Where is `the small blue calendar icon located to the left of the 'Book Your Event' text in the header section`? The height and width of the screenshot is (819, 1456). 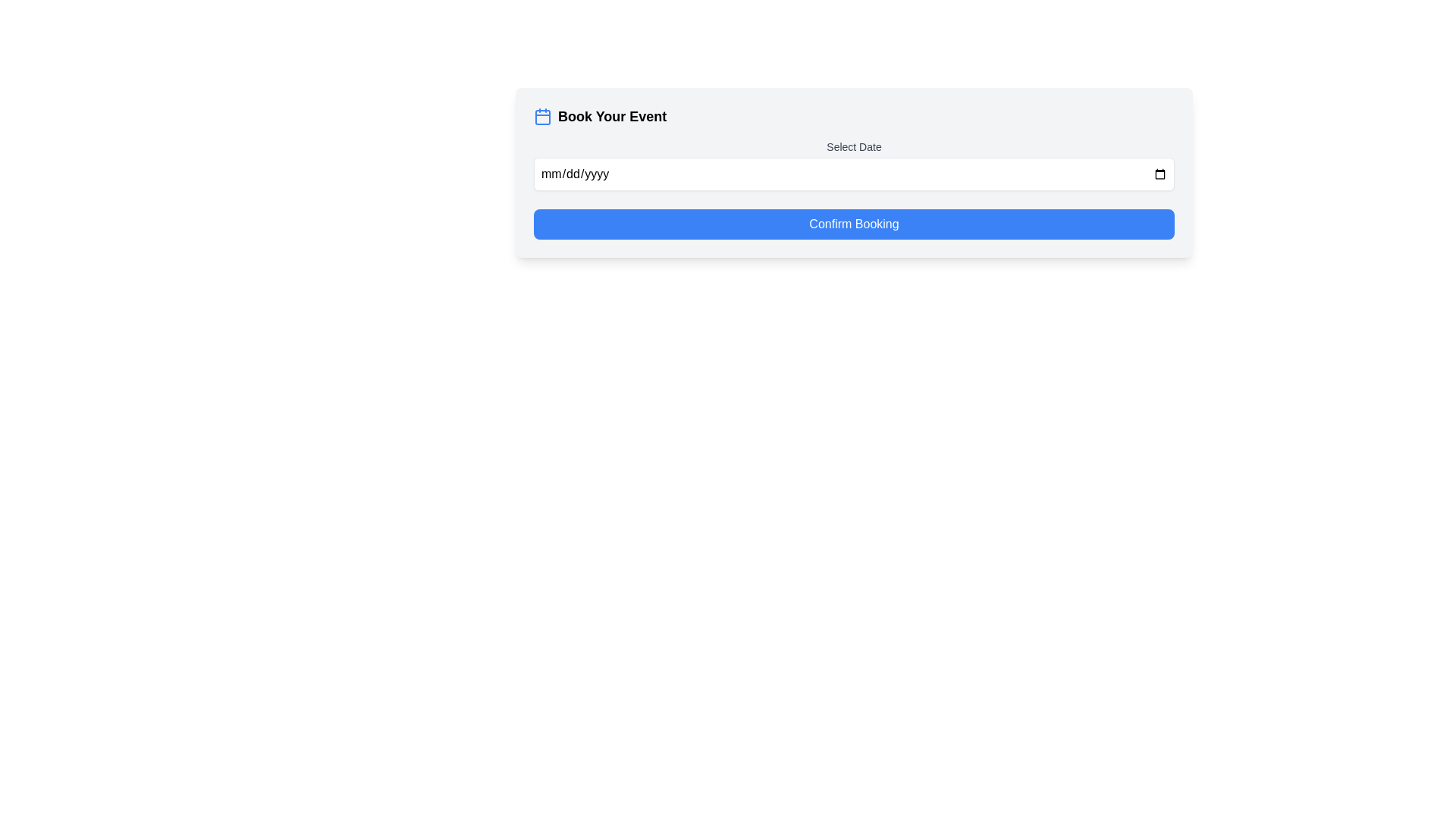 the small blue calendar icon located to the left of the 'Book Your Event' text in the header section is located at coordinates (542, 116).